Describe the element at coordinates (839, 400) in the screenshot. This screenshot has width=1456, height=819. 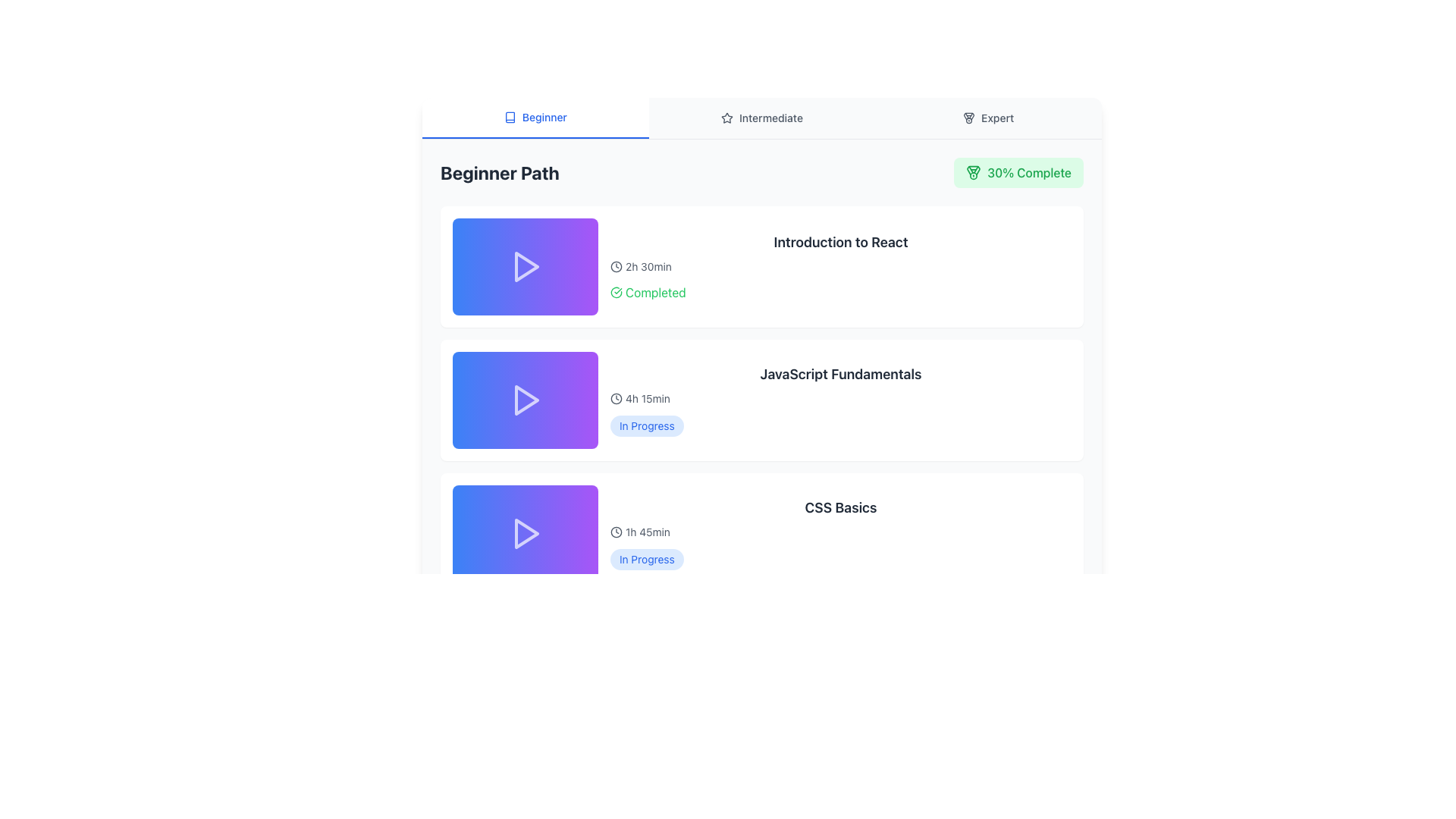
I see `the course entry card displaying 'JavaScript Fundamentals', which shows the duration '4h 15min' and the progress status 'In Progress'. This card is the second item in the vertical list of courses` at that location.